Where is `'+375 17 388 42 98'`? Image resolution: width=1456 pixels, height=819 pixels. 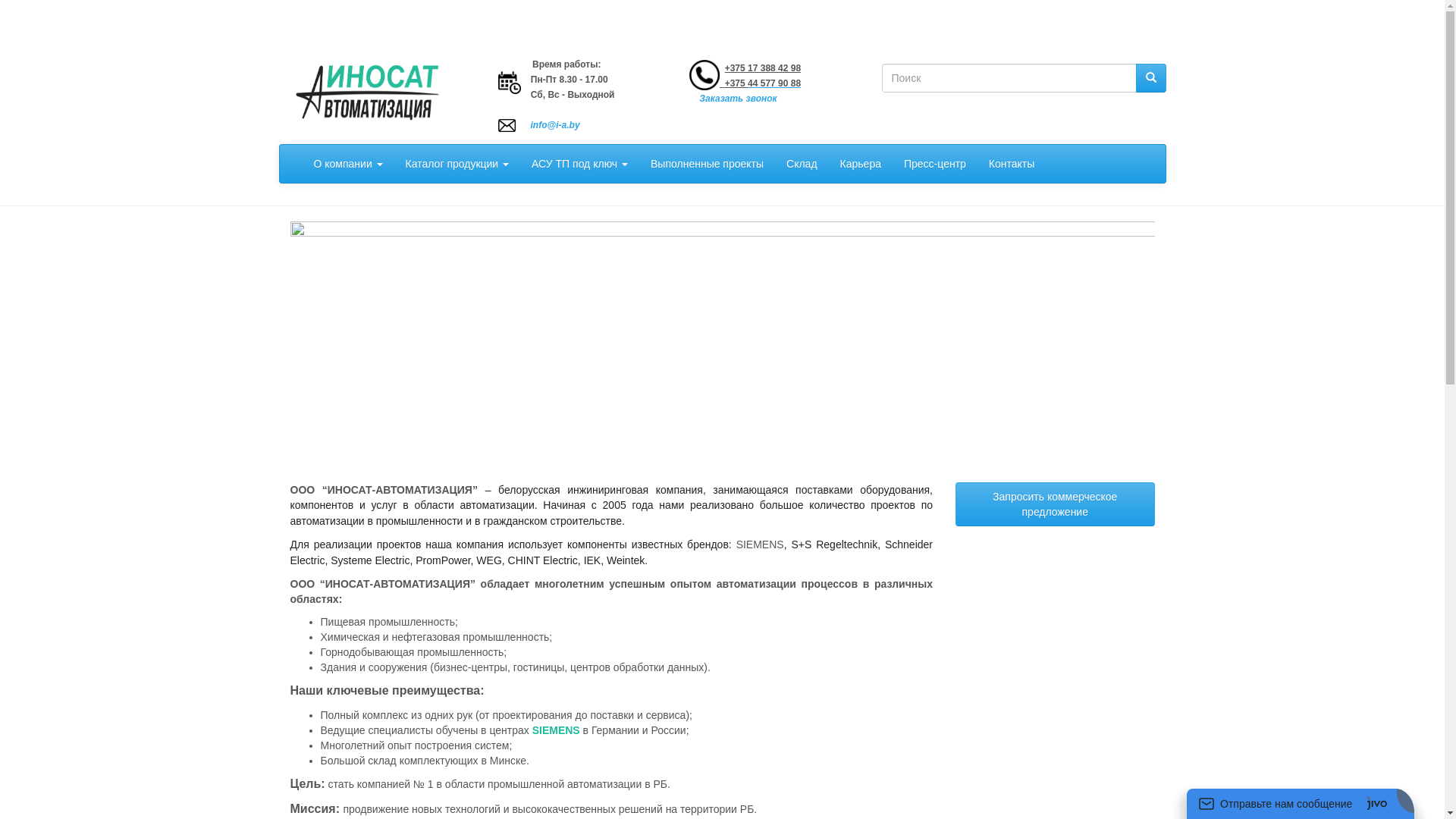
'+375 17 388 42 98' is located at coordinates (763, 67).